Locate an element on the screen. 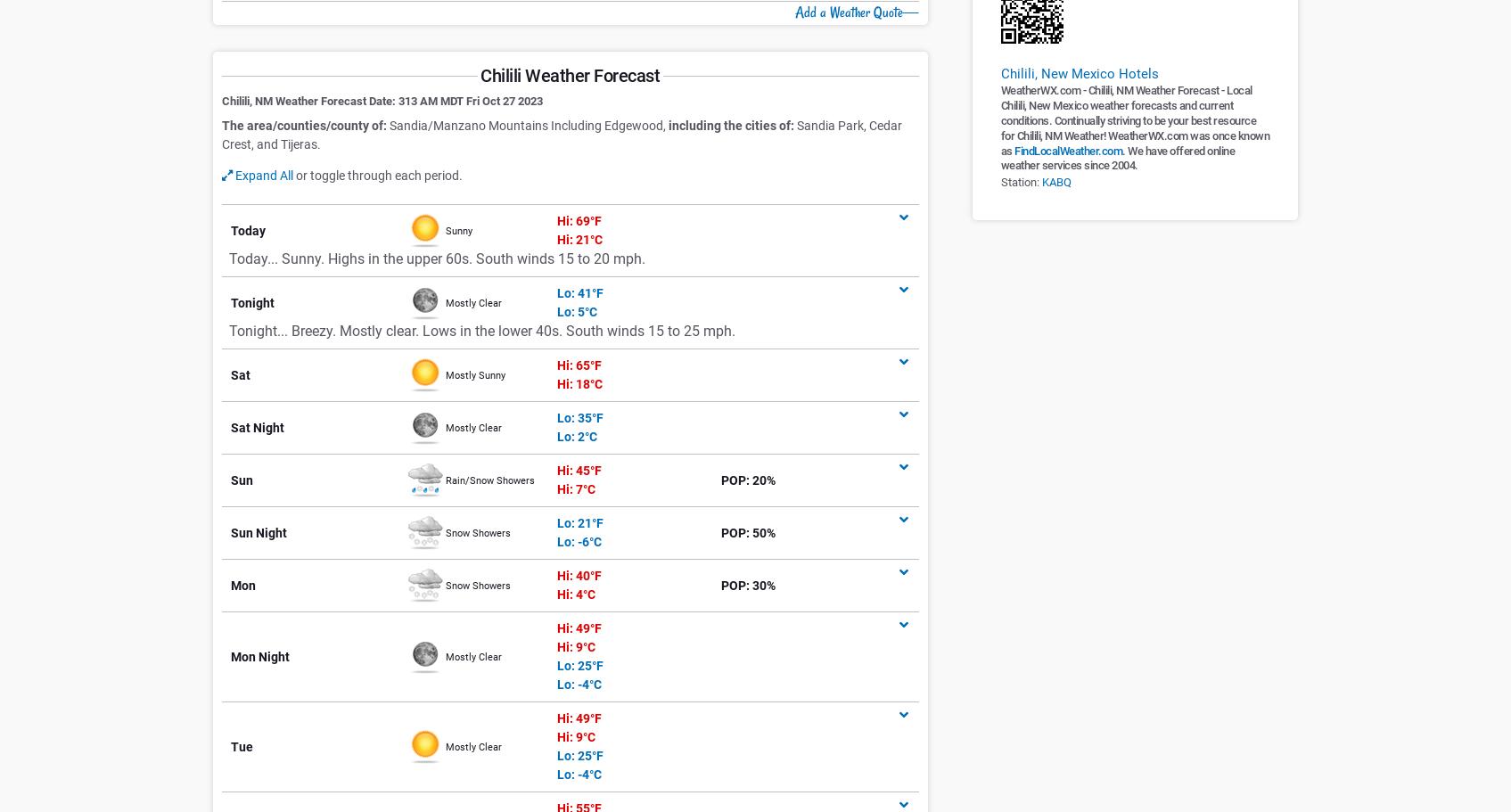 This screenshot has width=1511, height=812. 'POP: 30%' is located at coordinates (747, 585).